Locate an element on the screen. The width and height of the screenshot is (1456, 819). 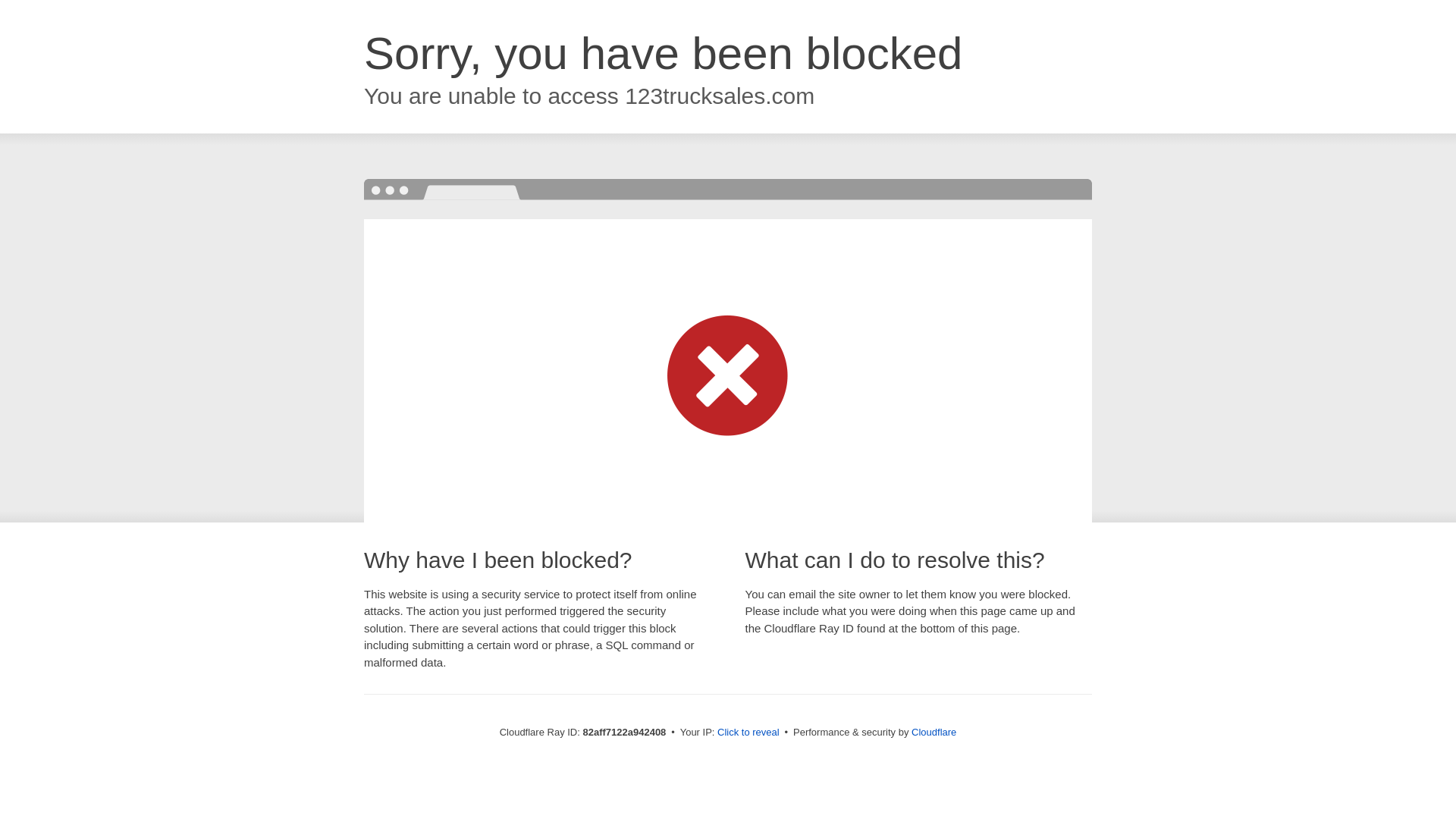
'Cloudflare' is located at coordinates (933, 731).